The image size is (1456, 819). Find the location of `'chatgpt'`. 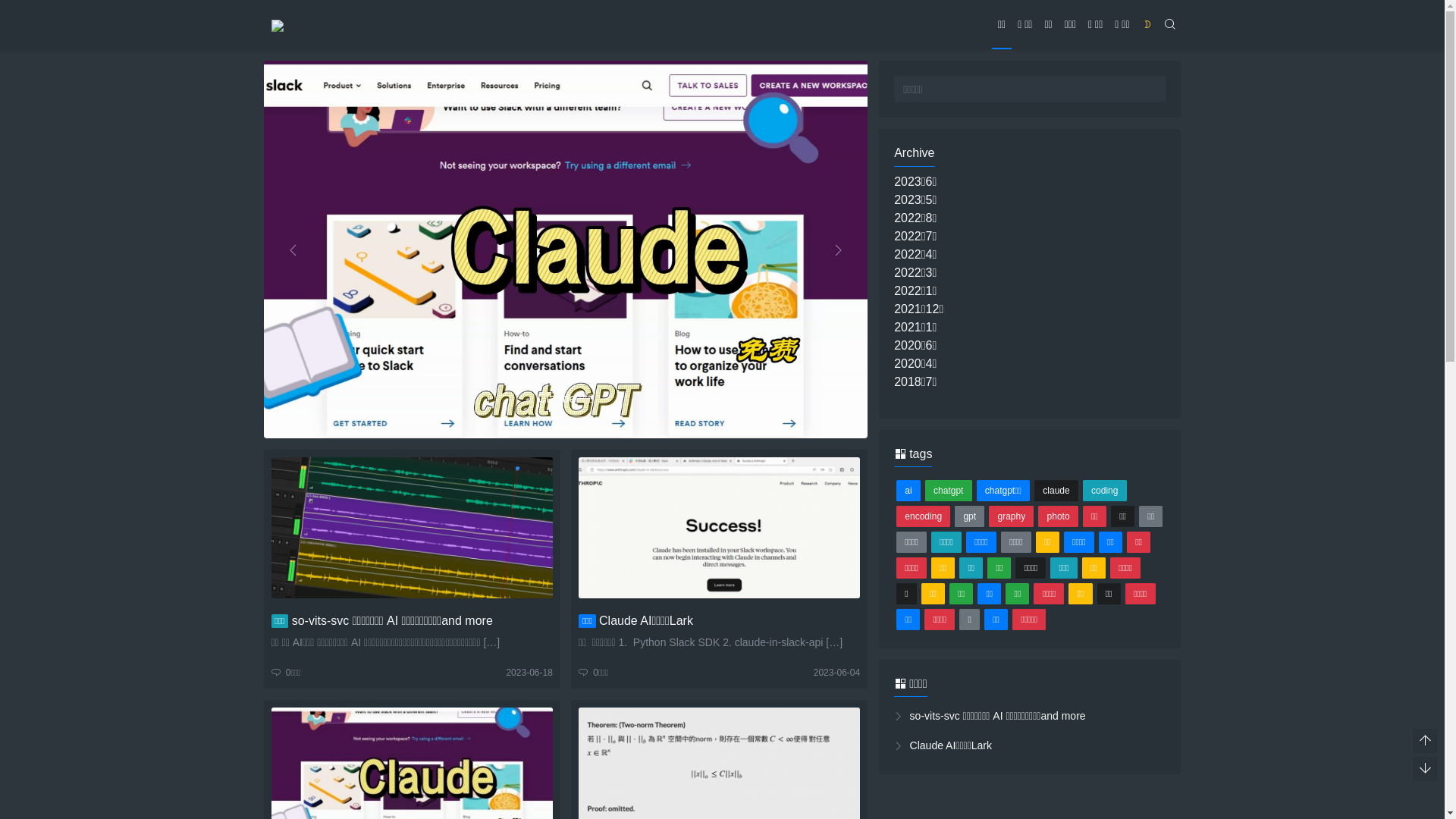

'chatgpt' is located at coordinates (924, 491).